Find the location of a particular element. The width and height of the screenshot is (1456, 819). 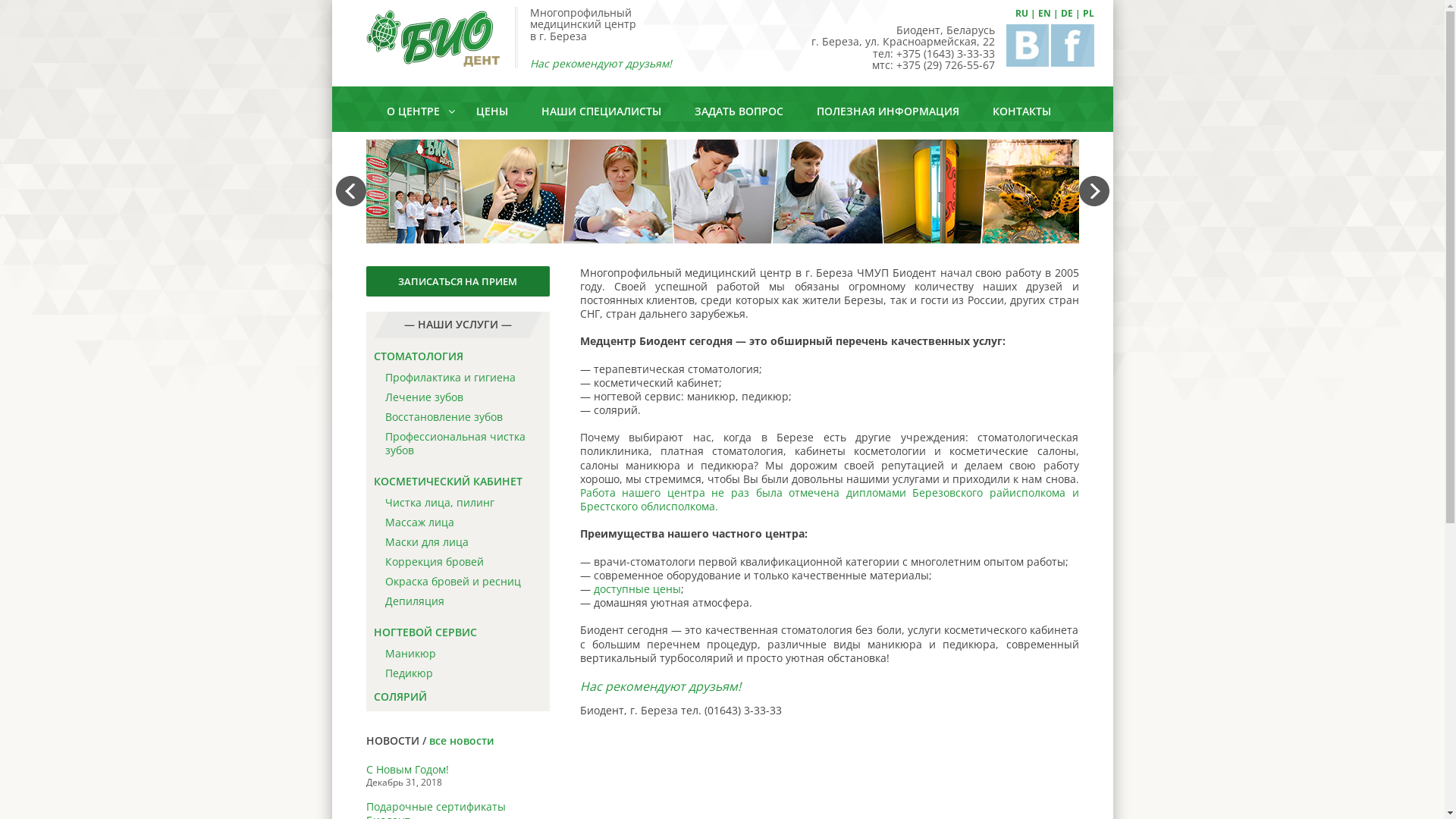

'DE' is located at coordinates (1065, 13).